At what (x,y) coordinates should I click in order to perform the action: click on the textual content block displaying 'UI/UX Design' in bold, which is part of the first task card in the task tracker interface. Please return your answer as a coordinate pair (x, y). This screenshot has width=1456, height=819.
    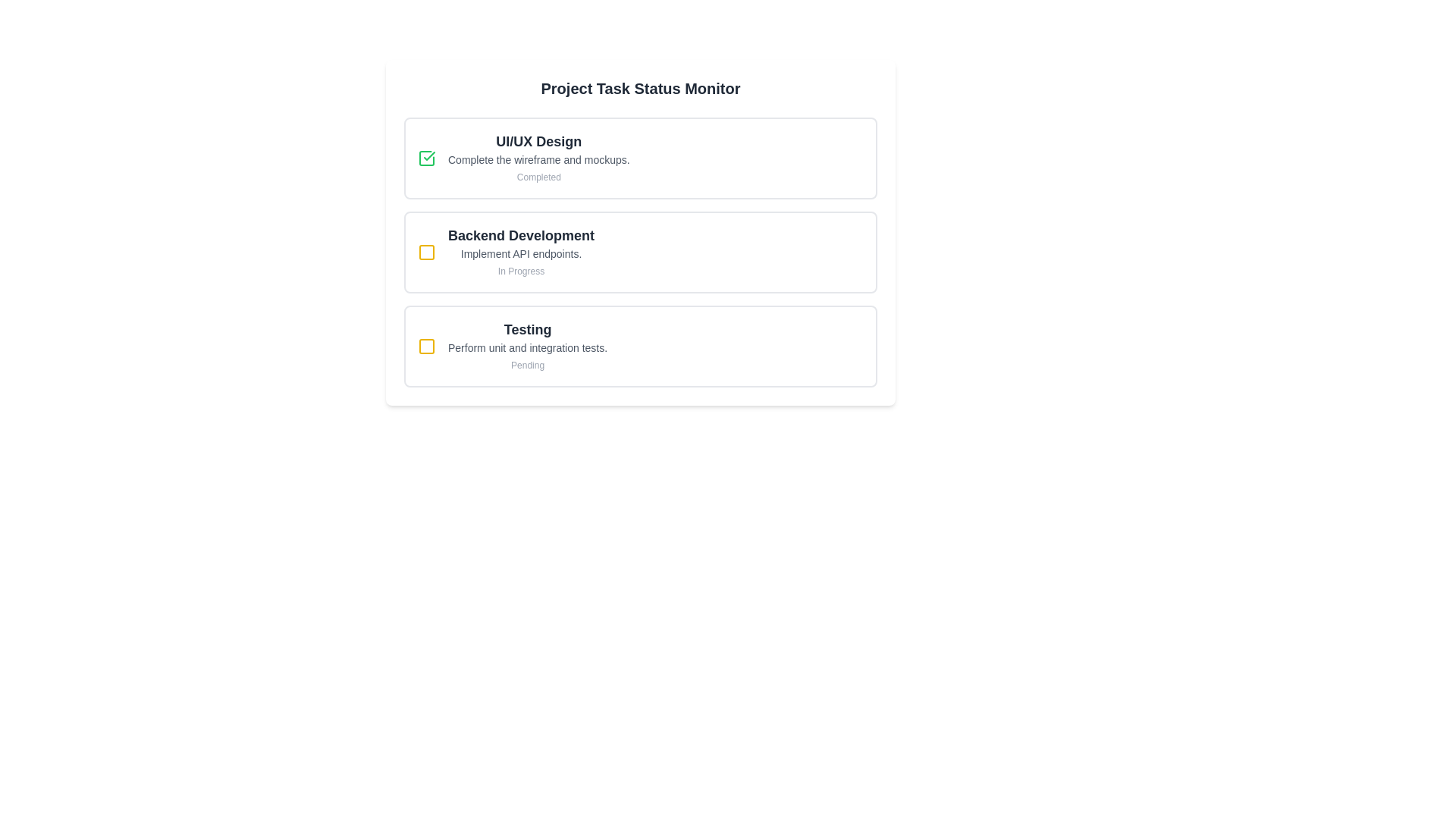
    Looking at the image, I should click on (538, 158).